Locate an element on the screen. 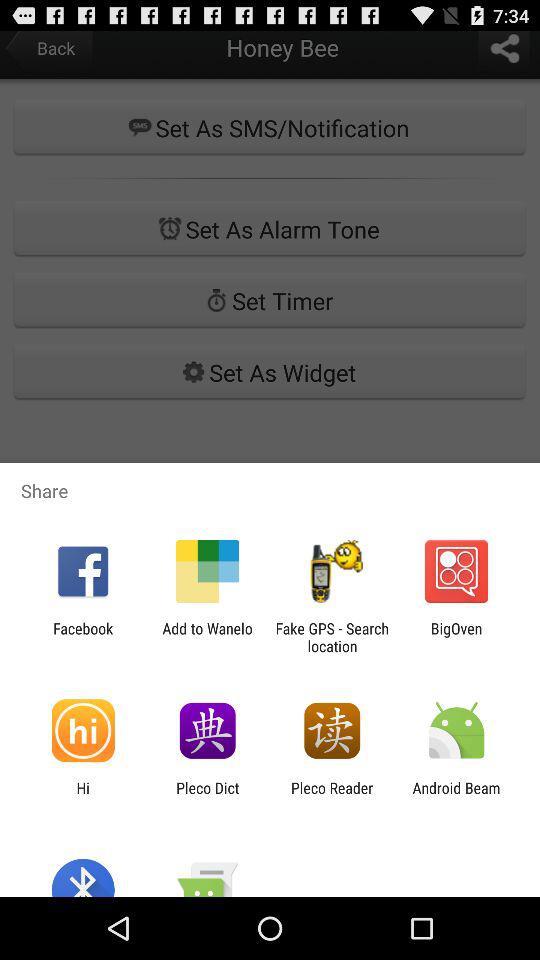  icon next to fake gps search is located at coordinates (456, 636).